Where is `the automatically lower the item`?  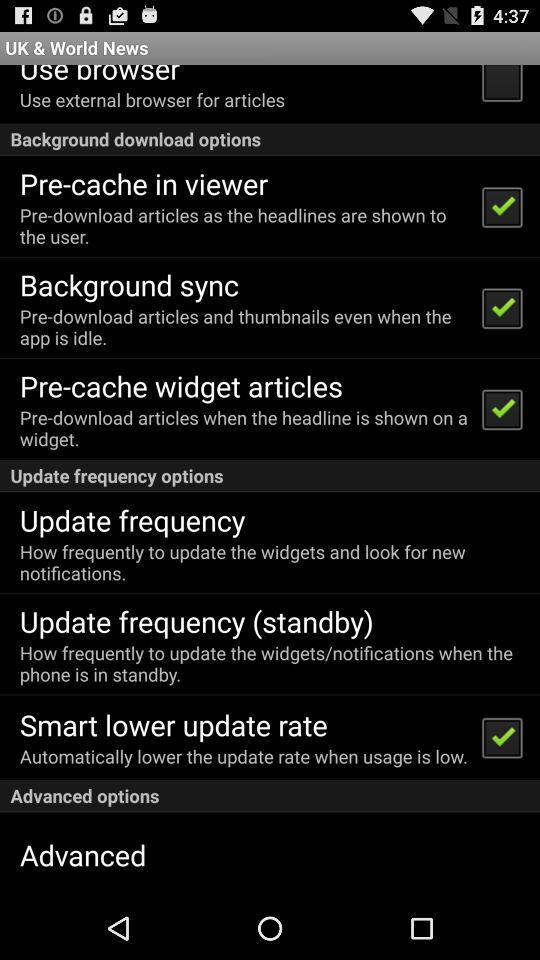 the automatically lower the item is located at coordinates (243, 755).